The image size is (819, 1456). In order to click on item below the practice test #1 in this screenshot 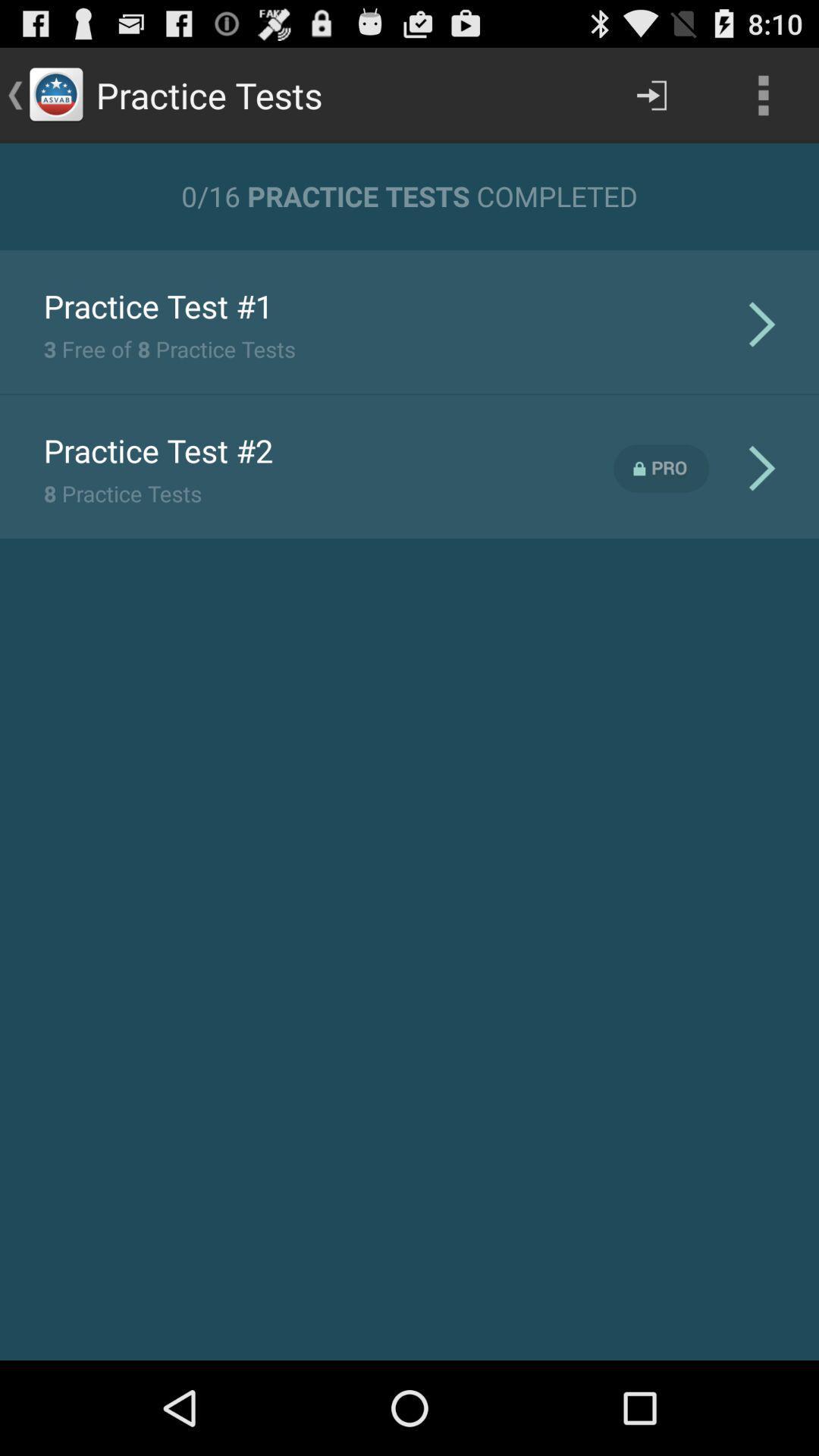, I will do `click(169, 348)`.